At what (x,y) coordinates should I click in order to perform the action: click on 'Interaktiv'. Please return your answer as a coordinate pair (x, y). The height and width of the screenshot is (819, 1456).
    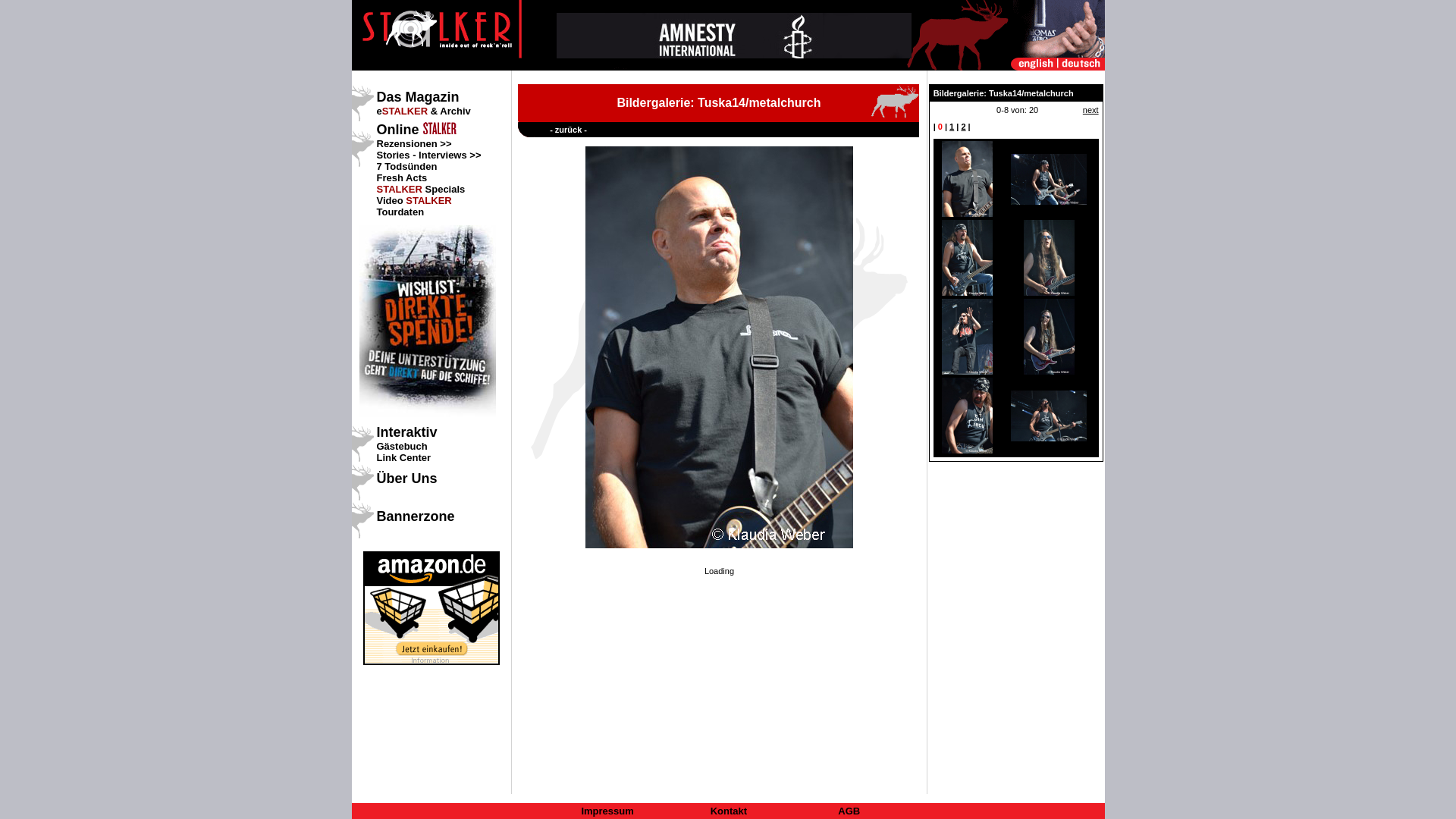
    Looking at the image, I should click on (406, 432).